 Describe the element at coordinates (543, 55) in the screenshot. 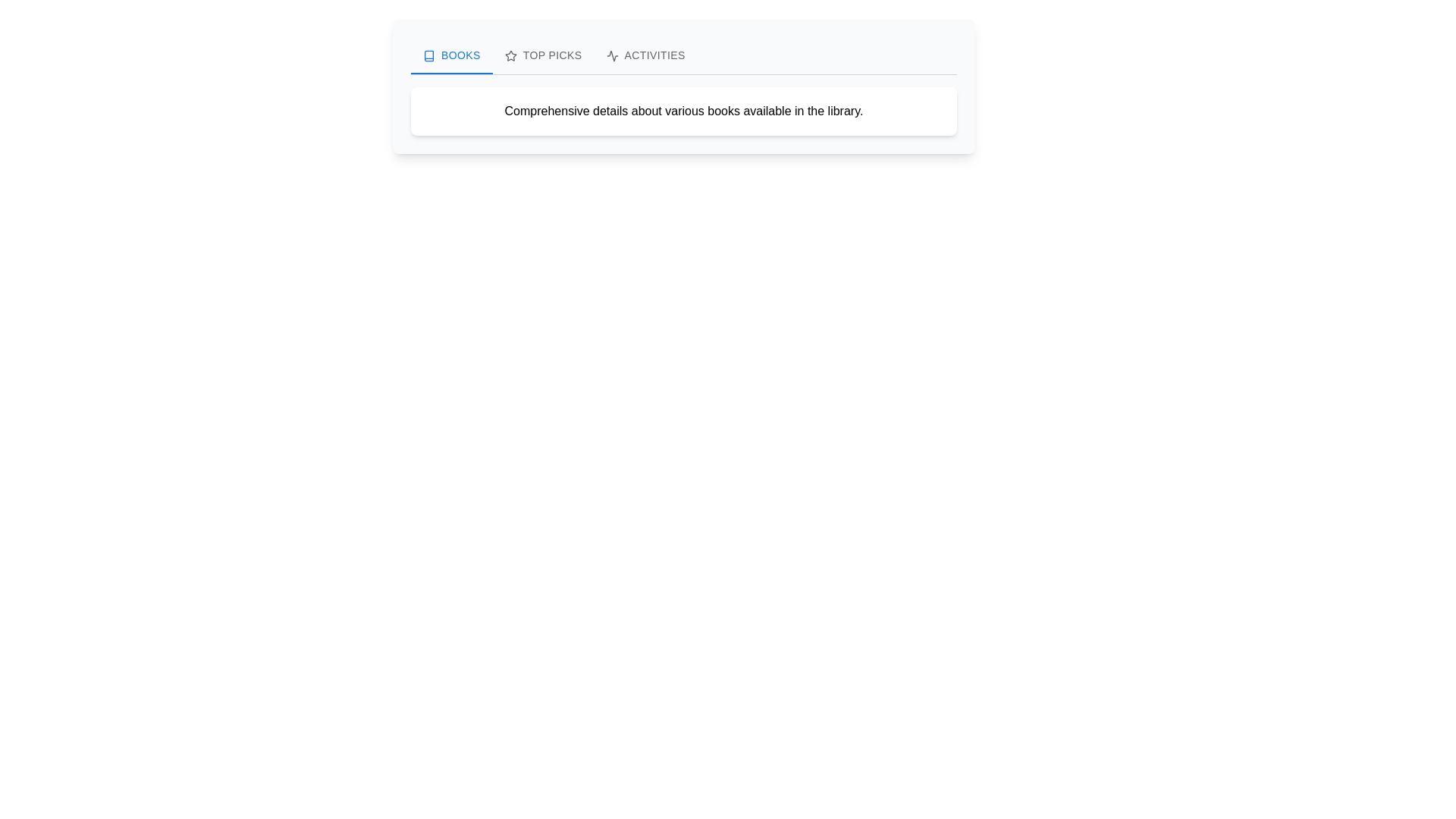

I see `the 'Top Picks' tab button, which is the second tab in the tab interface and is labeled with uppercase text and a star icon to the left` at that location.